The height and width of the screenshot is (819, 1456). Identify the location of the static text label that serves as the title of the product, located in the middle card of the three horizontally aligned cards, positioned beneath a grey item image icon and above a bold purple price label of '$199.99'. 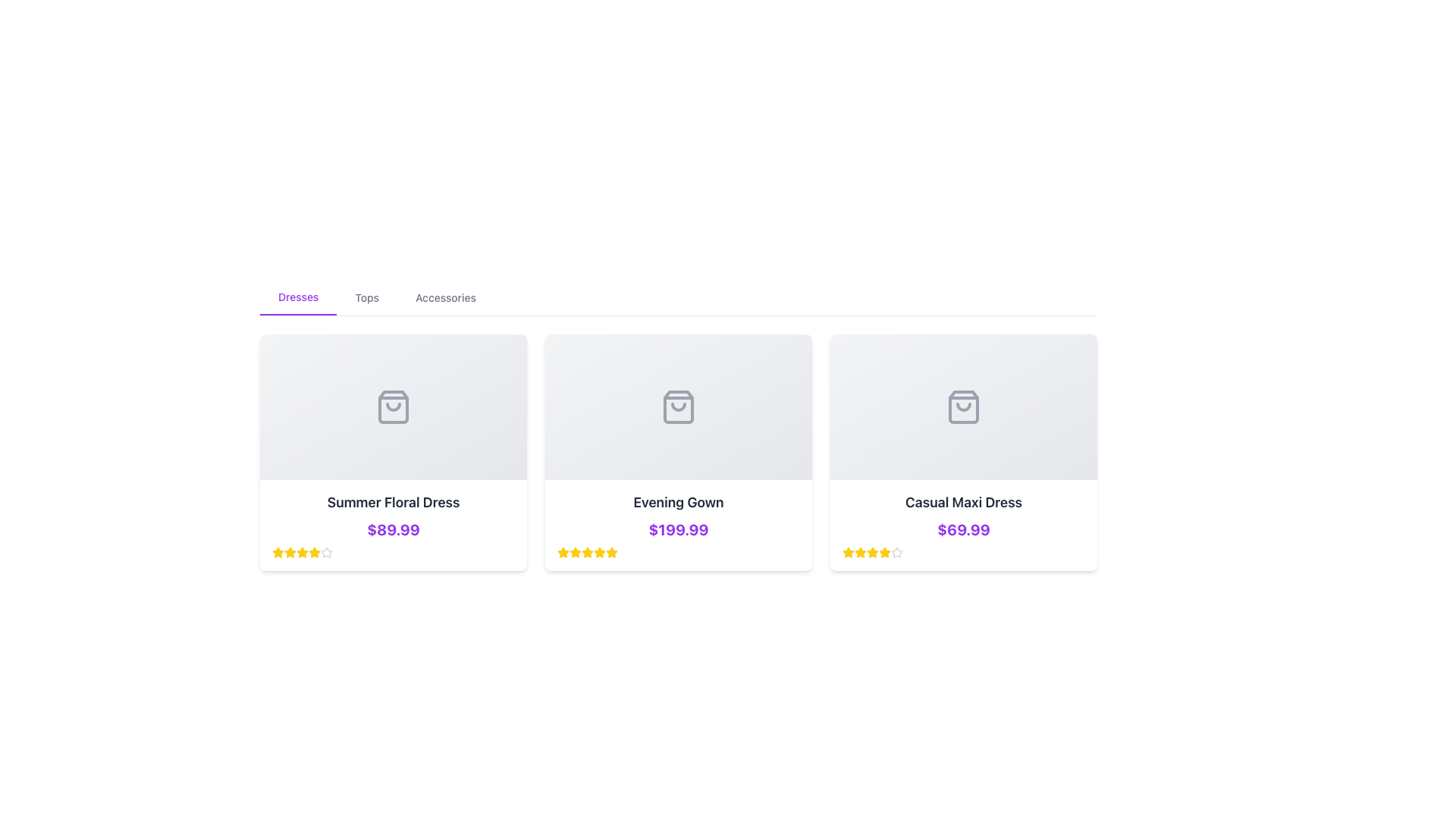
(677, 503).